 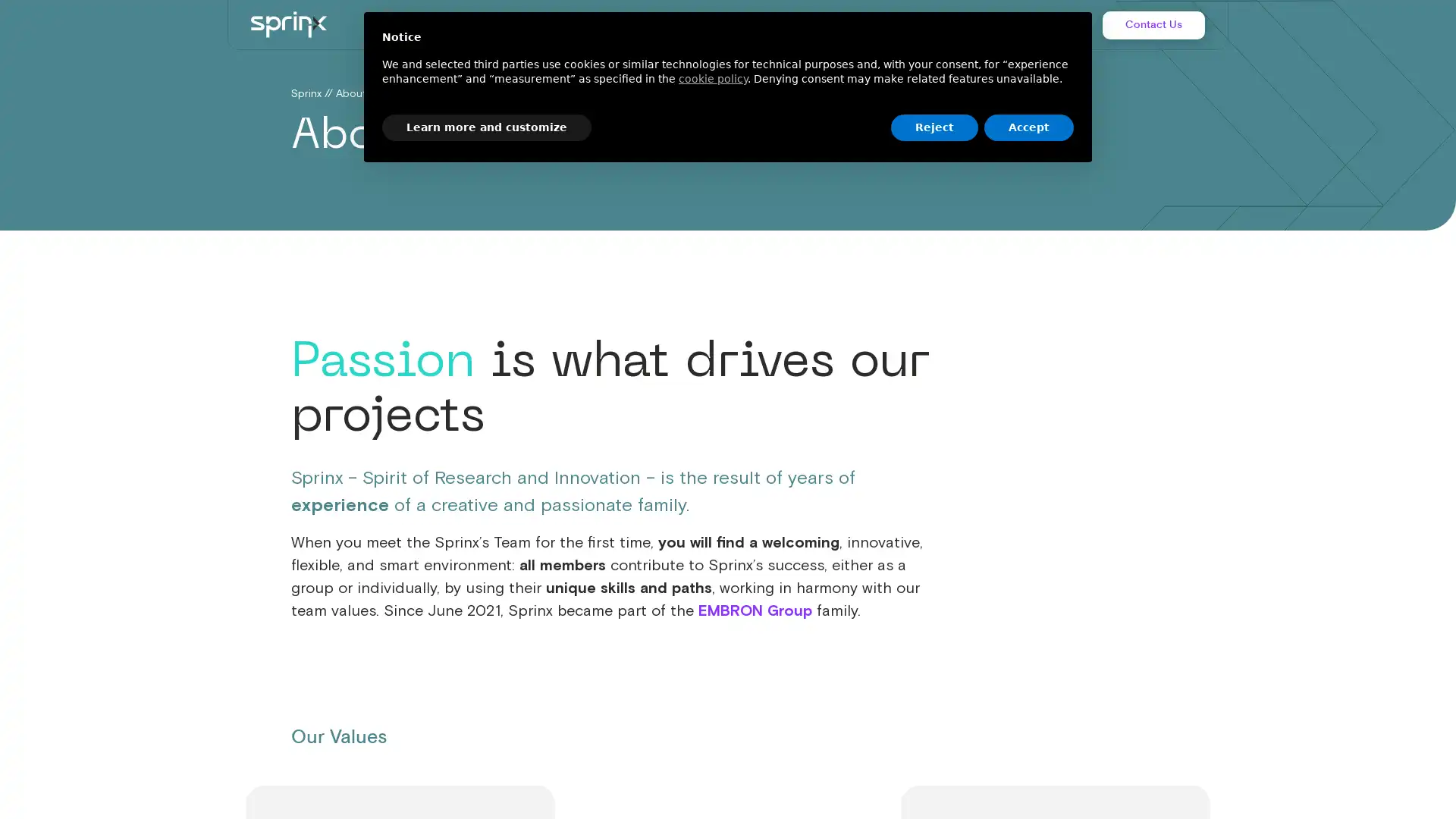 What do you see at coordinates (1029, 127) in the screenshot?
I see `Accept` at bounding box center [1029, 127].